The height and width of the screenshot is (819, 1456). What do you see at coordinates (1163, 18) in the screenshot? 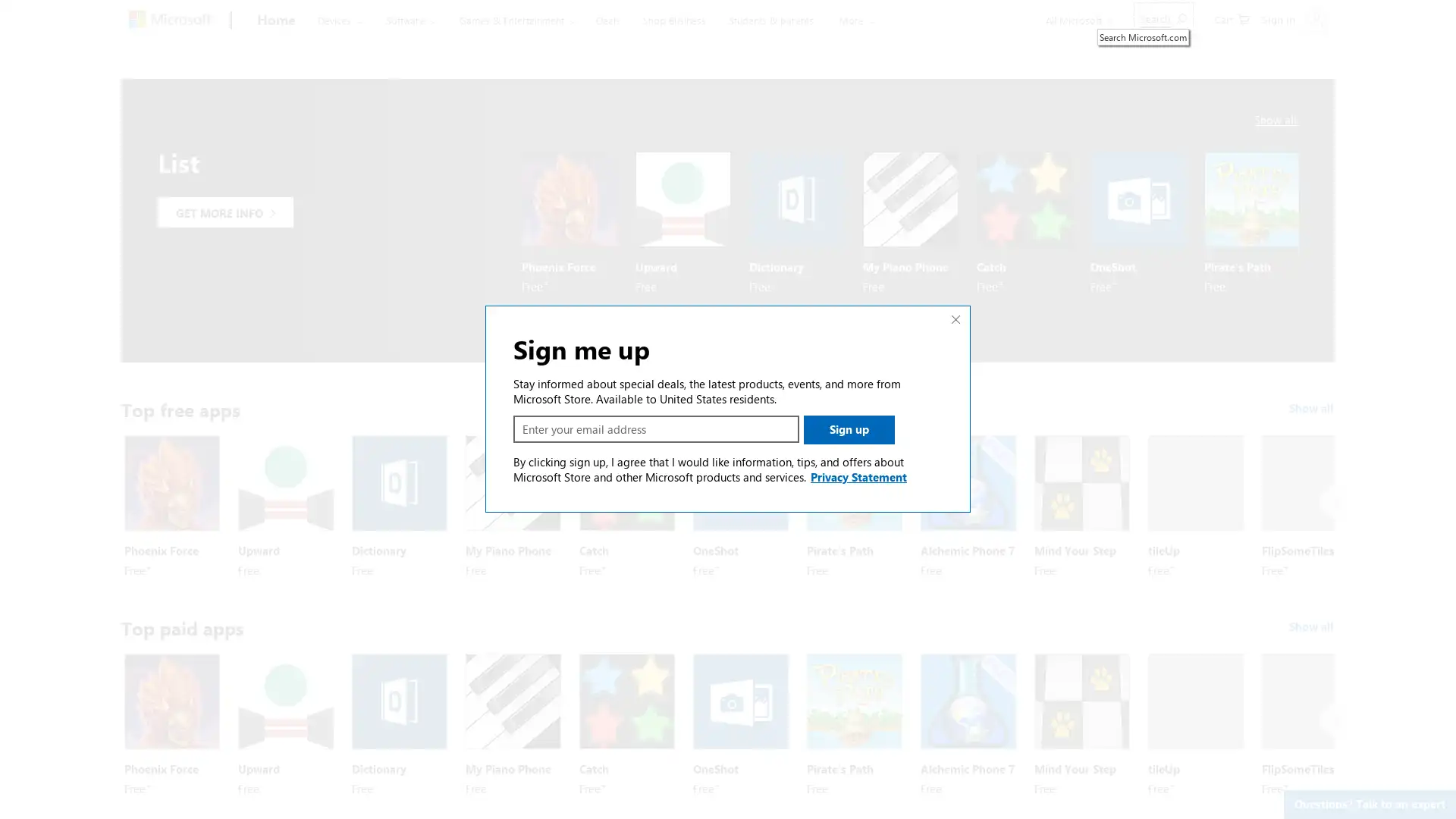
I see `Search Microsoft.com` at bounding box center [1163, 18].